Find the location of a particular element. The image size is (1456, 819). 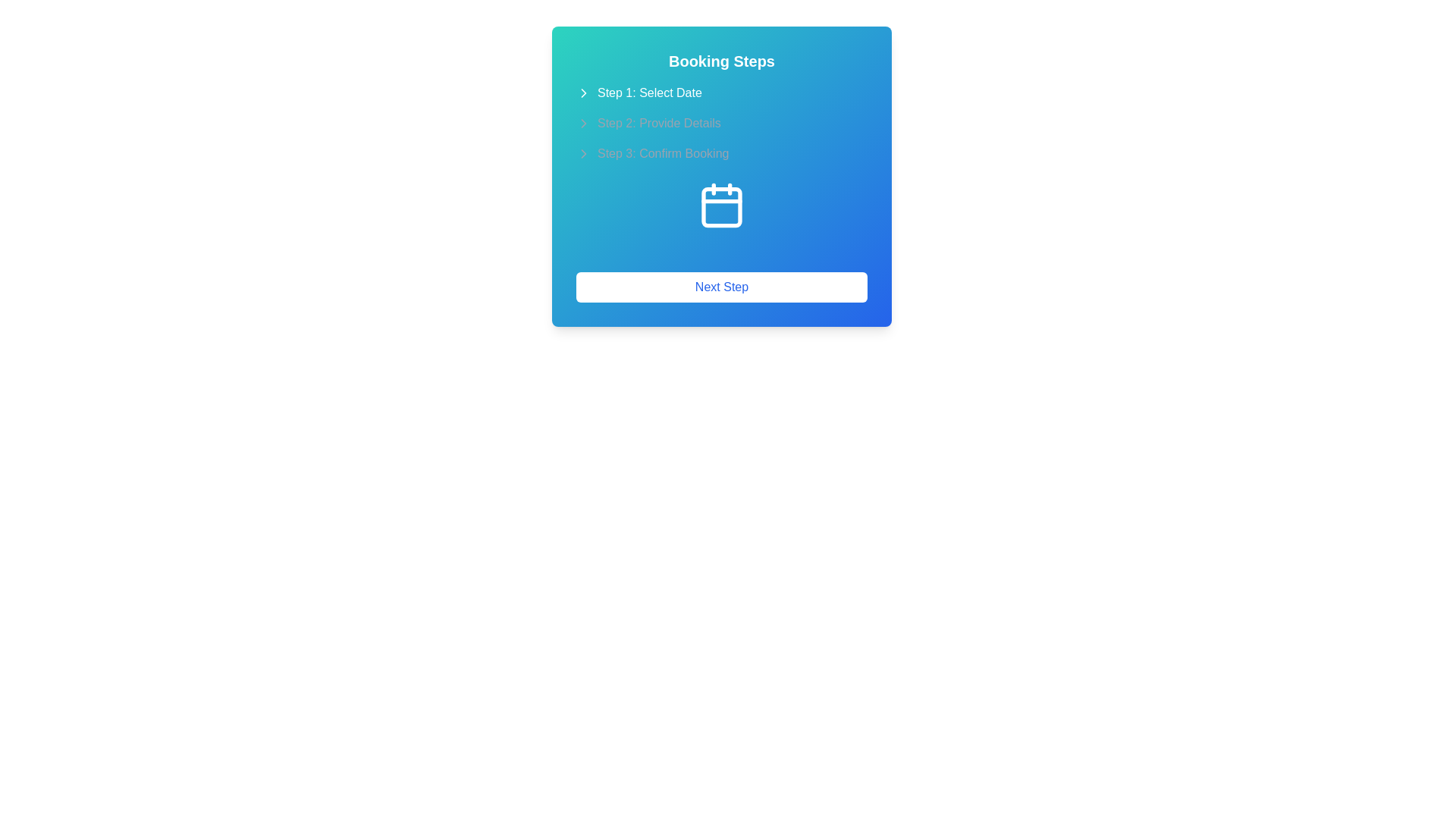

the right-pointing chevron icon outlined in white, located to the left of the text 'Step 1: Select Date' in the 'Booking Steps' section is located at coordinates (582, 93).